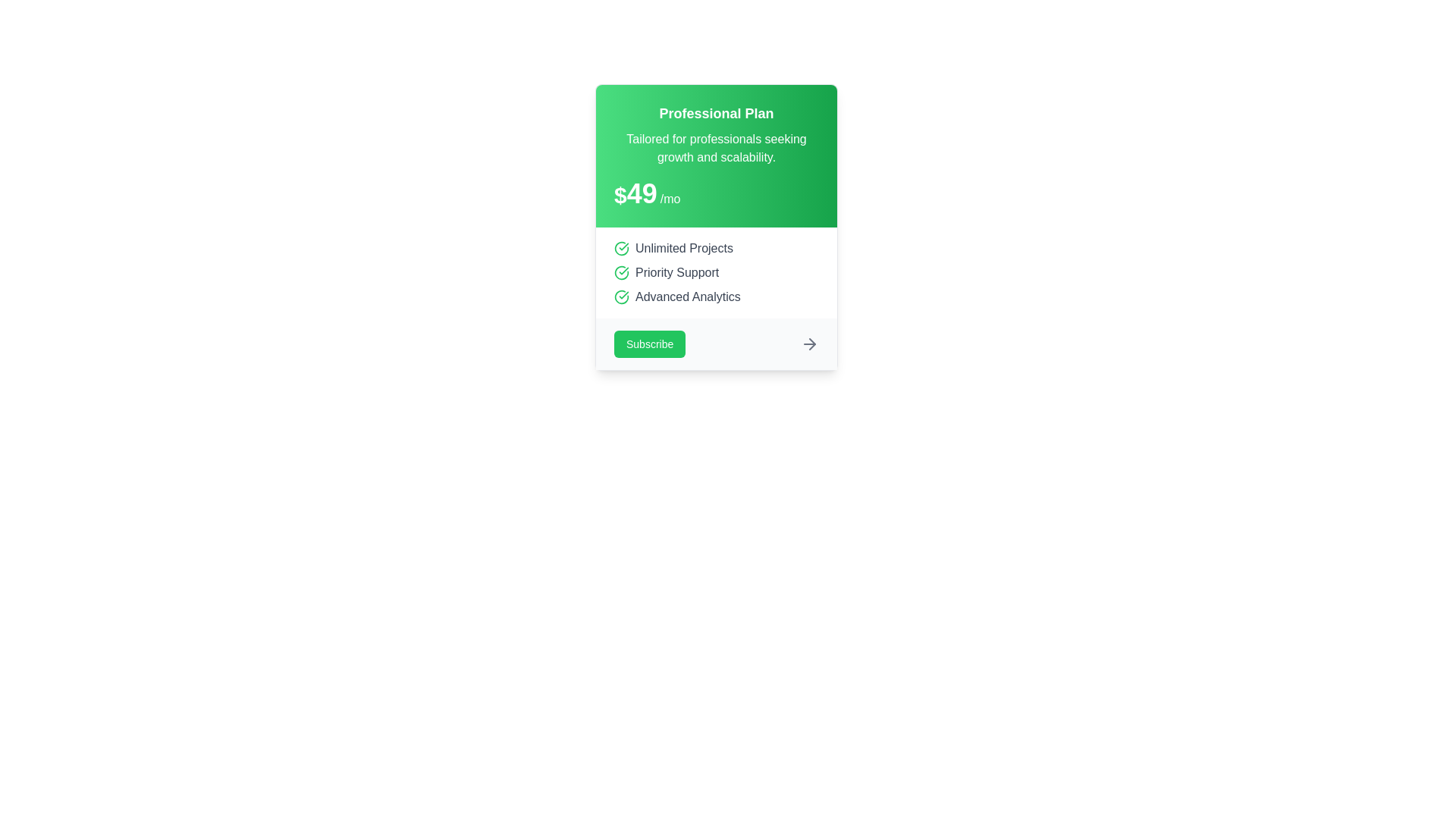 The width and height of the screenshot is (1456, 819). I want to click on the currency symbol text that indicates the cost in dollars, located in the green header section of the subscription card, preceding the numeric '49' and the text '/mo', so click(620, 195).